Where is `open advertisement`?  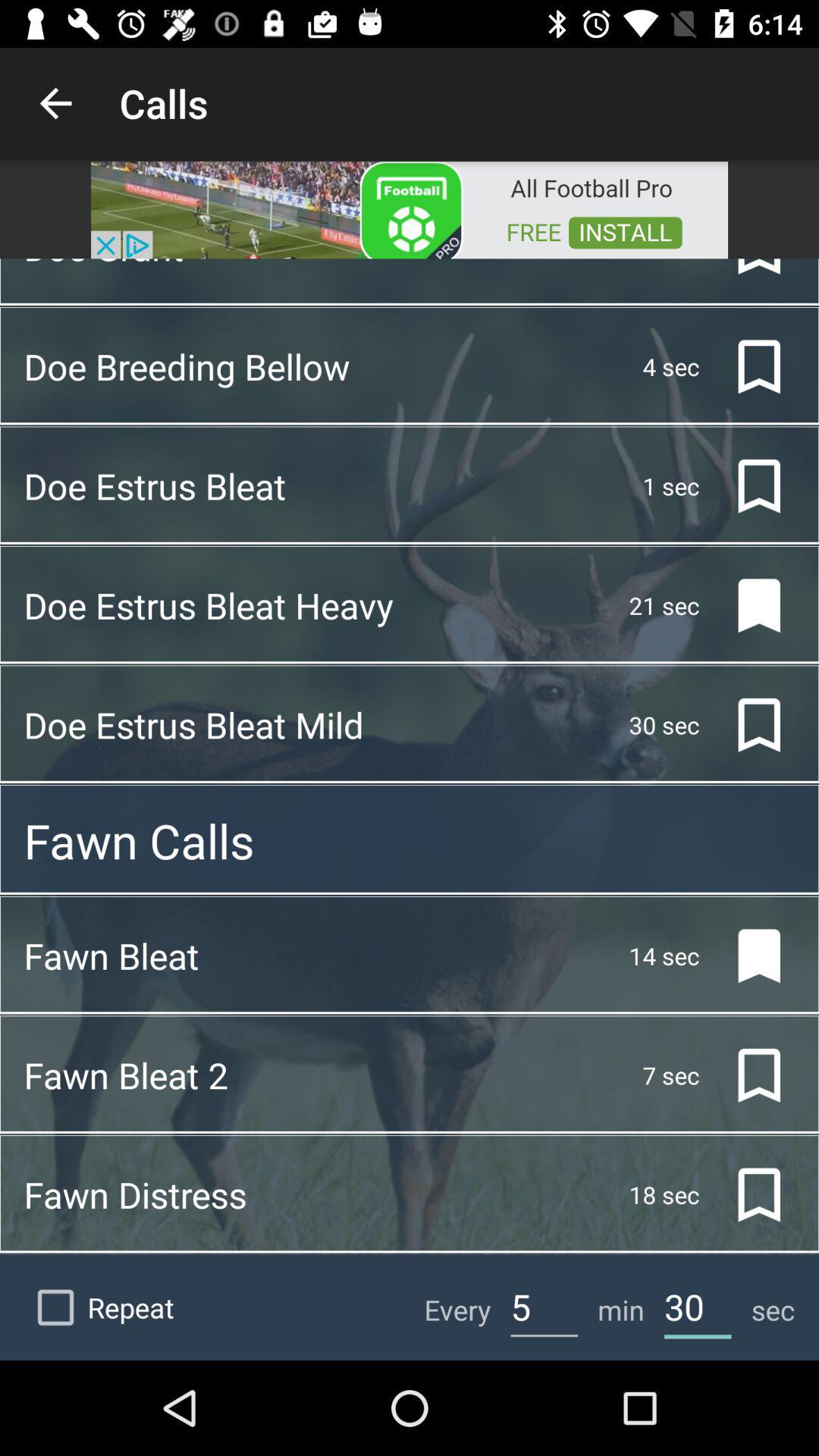 open advertisement is located at coordinates (409, 208).